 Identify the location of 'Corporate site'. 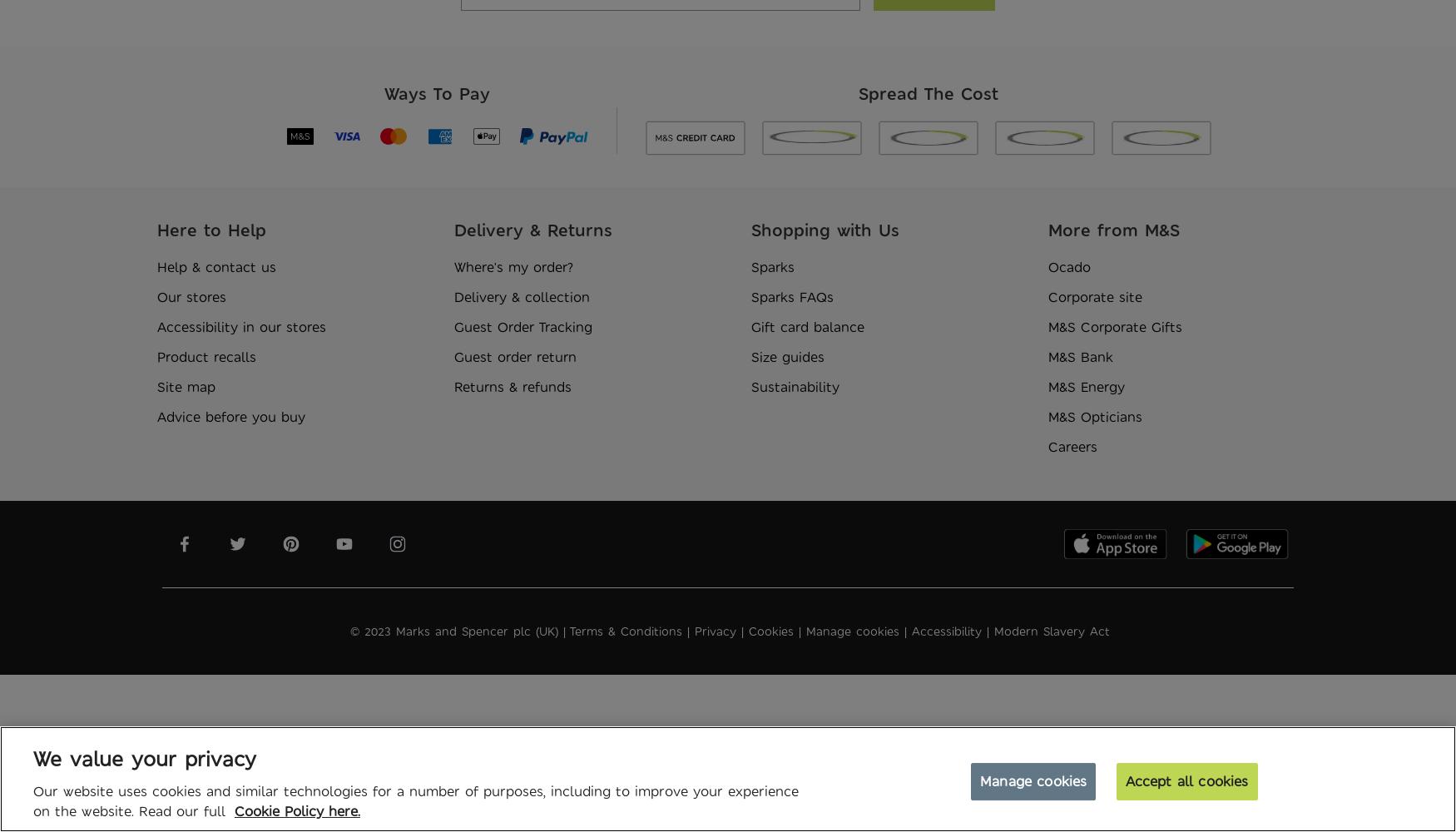
(1095, 296).